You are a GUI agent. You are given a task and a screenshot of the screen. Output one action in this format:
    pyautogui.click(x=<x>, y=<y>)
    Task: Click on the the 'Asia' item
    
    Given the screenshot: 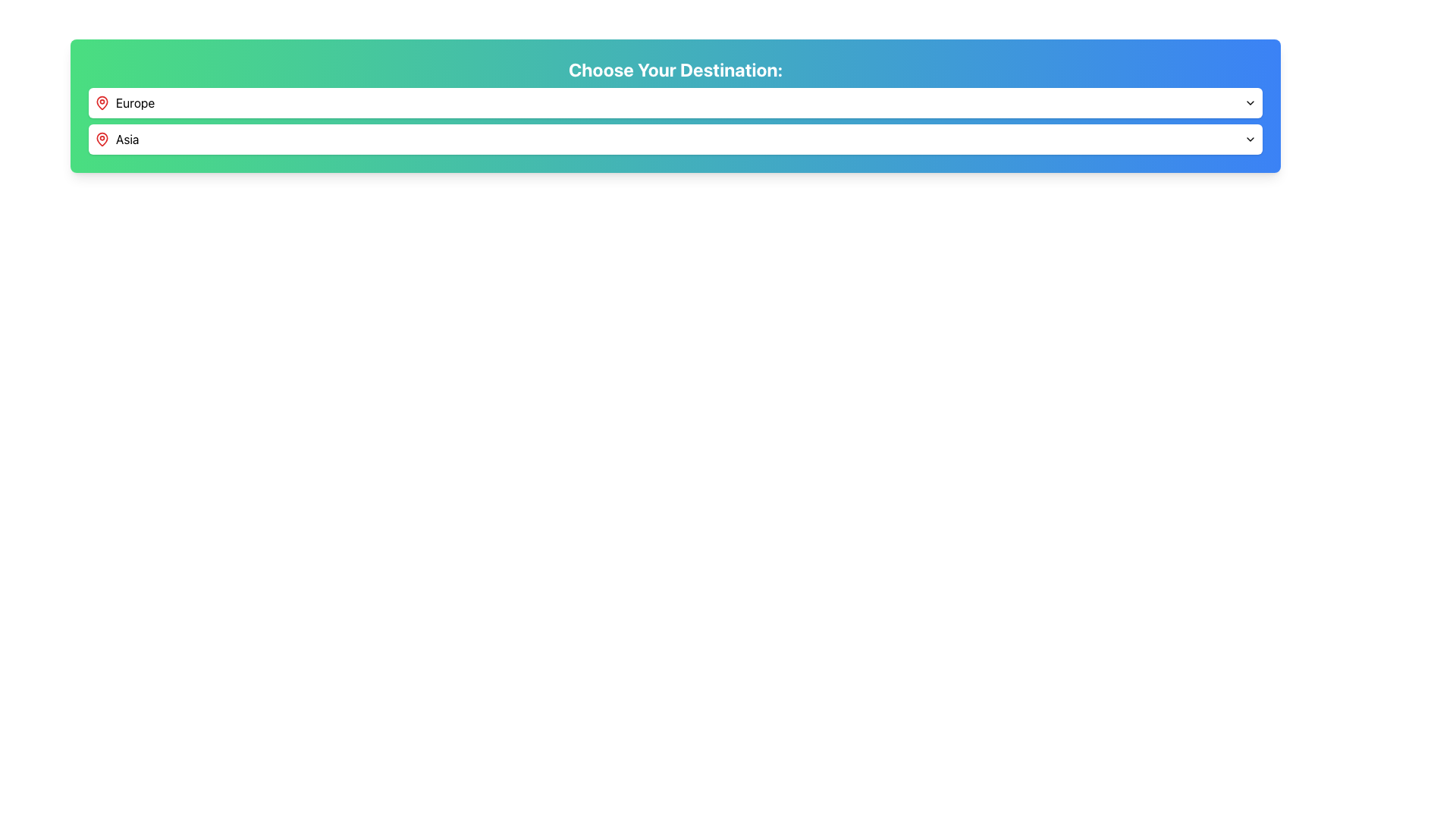 What is the action you would take?
    pyautogui.click(x=675, y=120)
    